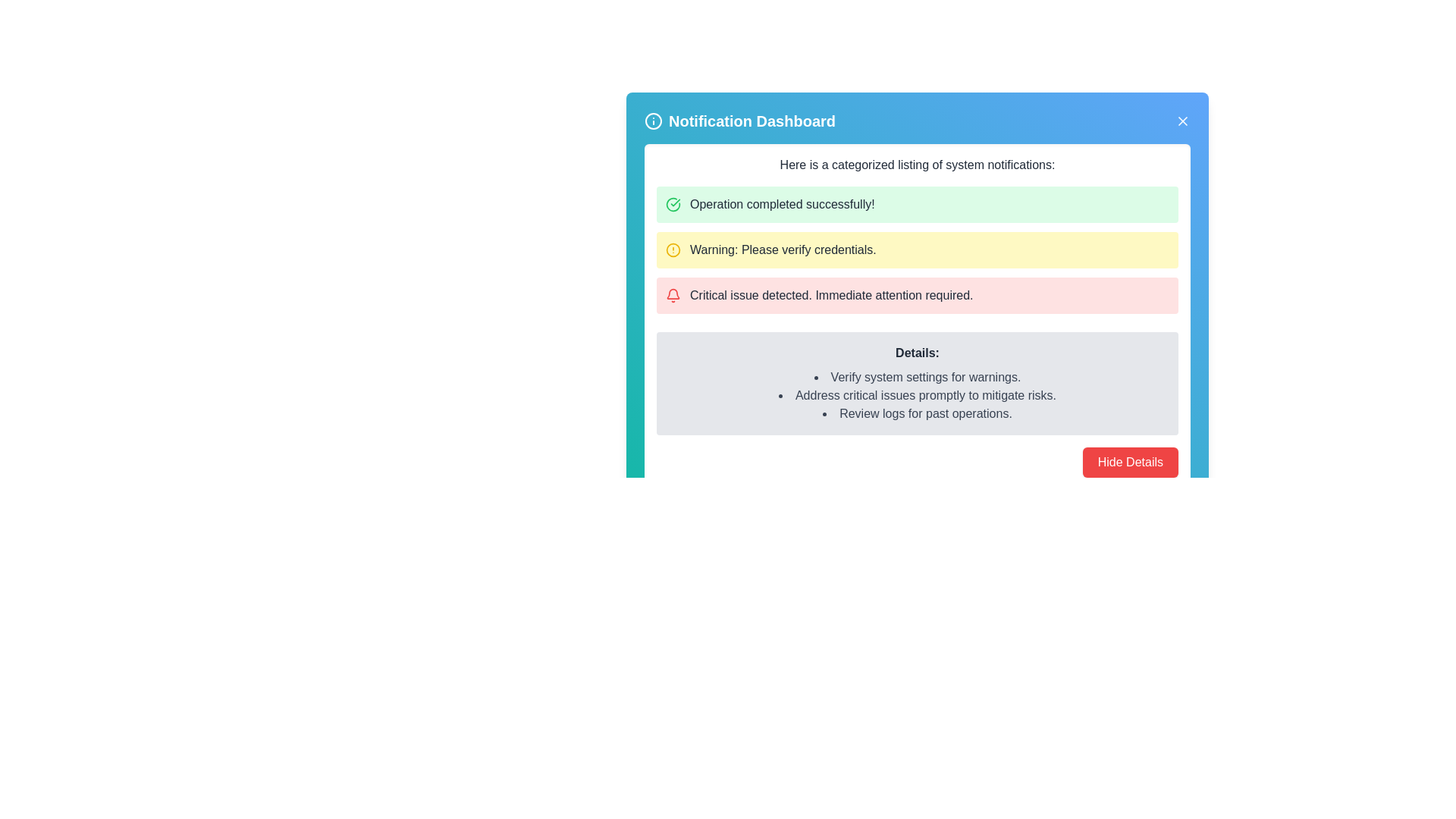 This screenshot has height=819, width=1456. What do you see at coordinates (673, 249) in the screenshot?
I see `the yellow circular outline of the warning icon in the second notification entry` at bounding box center [673, 249].